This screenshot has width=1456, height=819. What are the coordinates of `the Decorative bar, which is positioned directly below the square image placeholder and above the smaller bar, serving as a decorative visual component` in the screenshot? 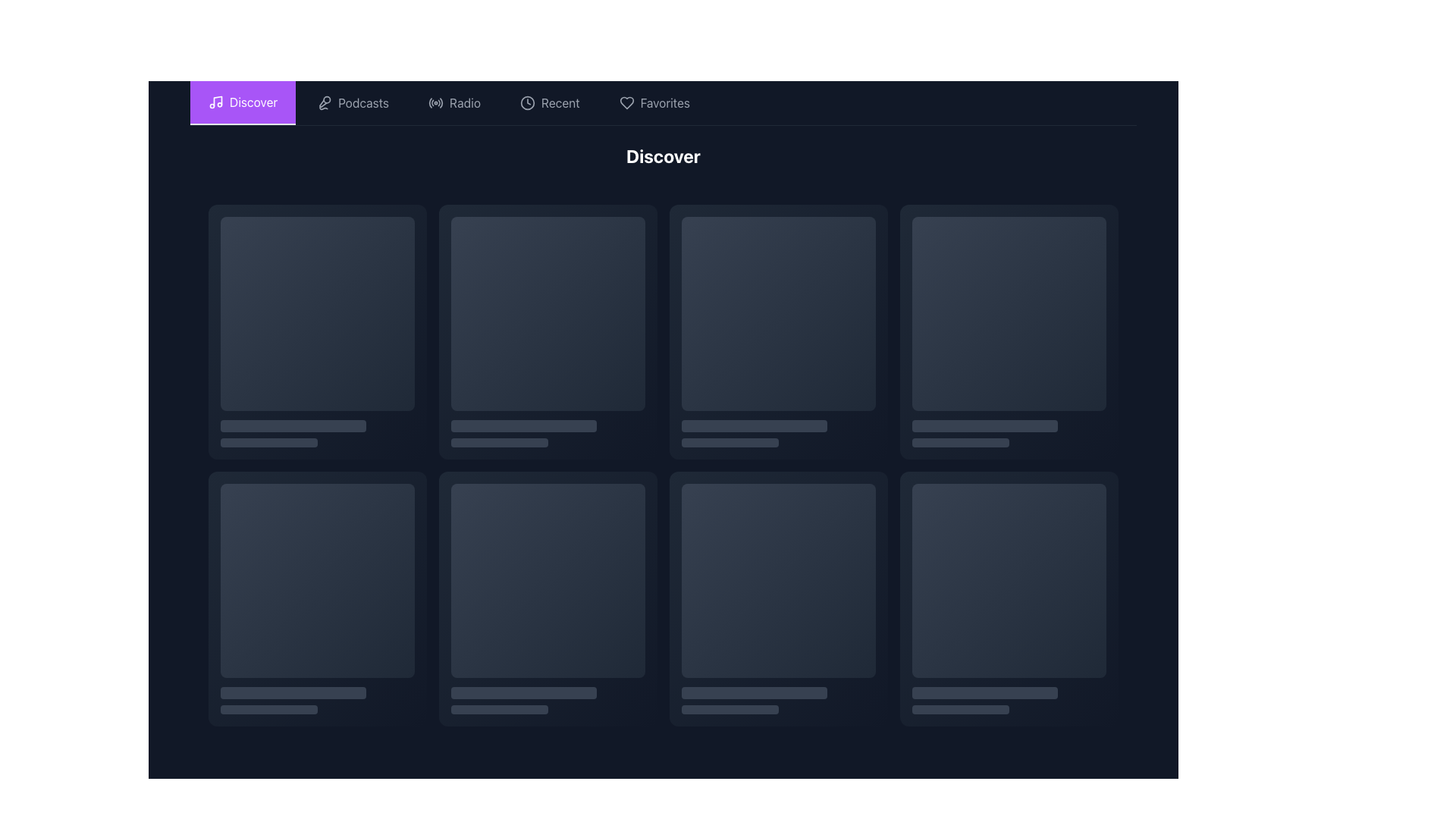 It's located at (985, 426).